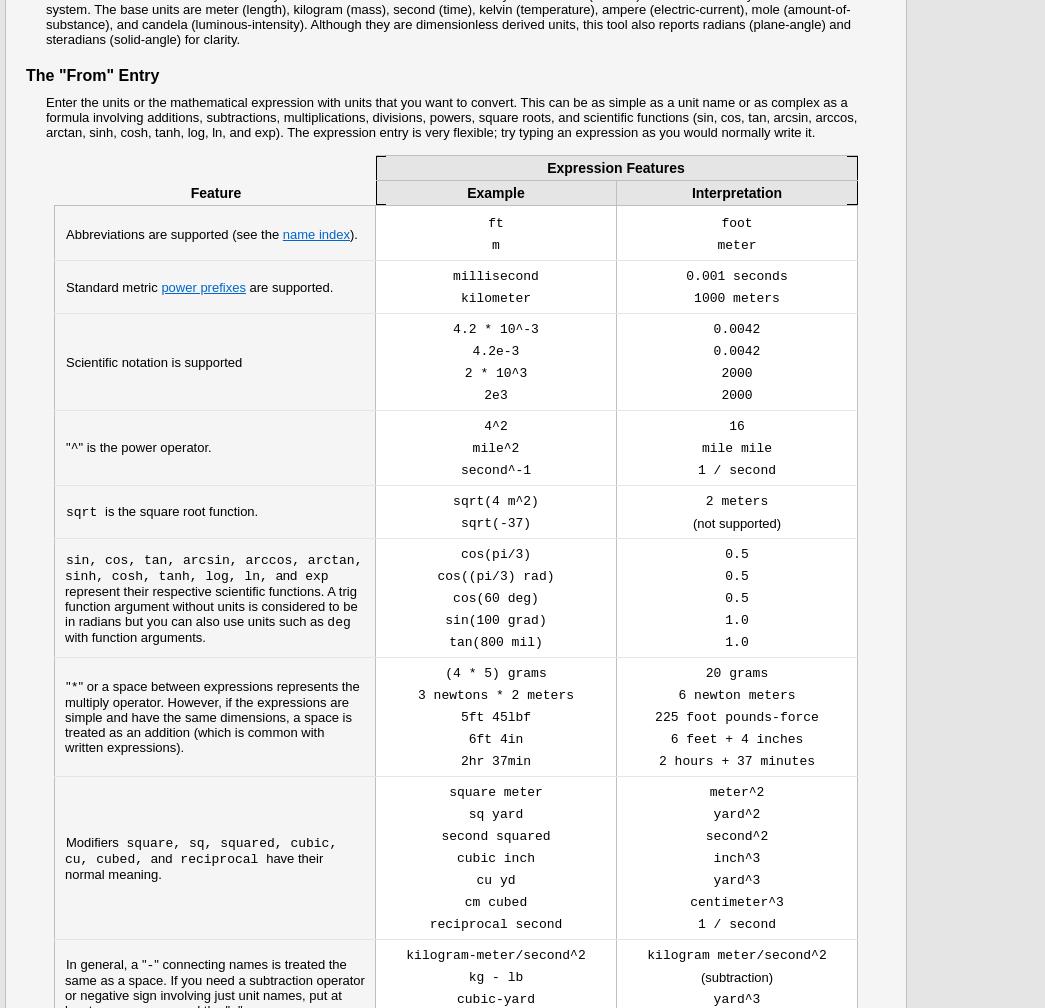 This screenshot has width=1045, height=1008. What do you see at coordinates (416, 695) in the screenshot?
I see `'3 newtons * 2 meters'` at bounding box center [416, 695].